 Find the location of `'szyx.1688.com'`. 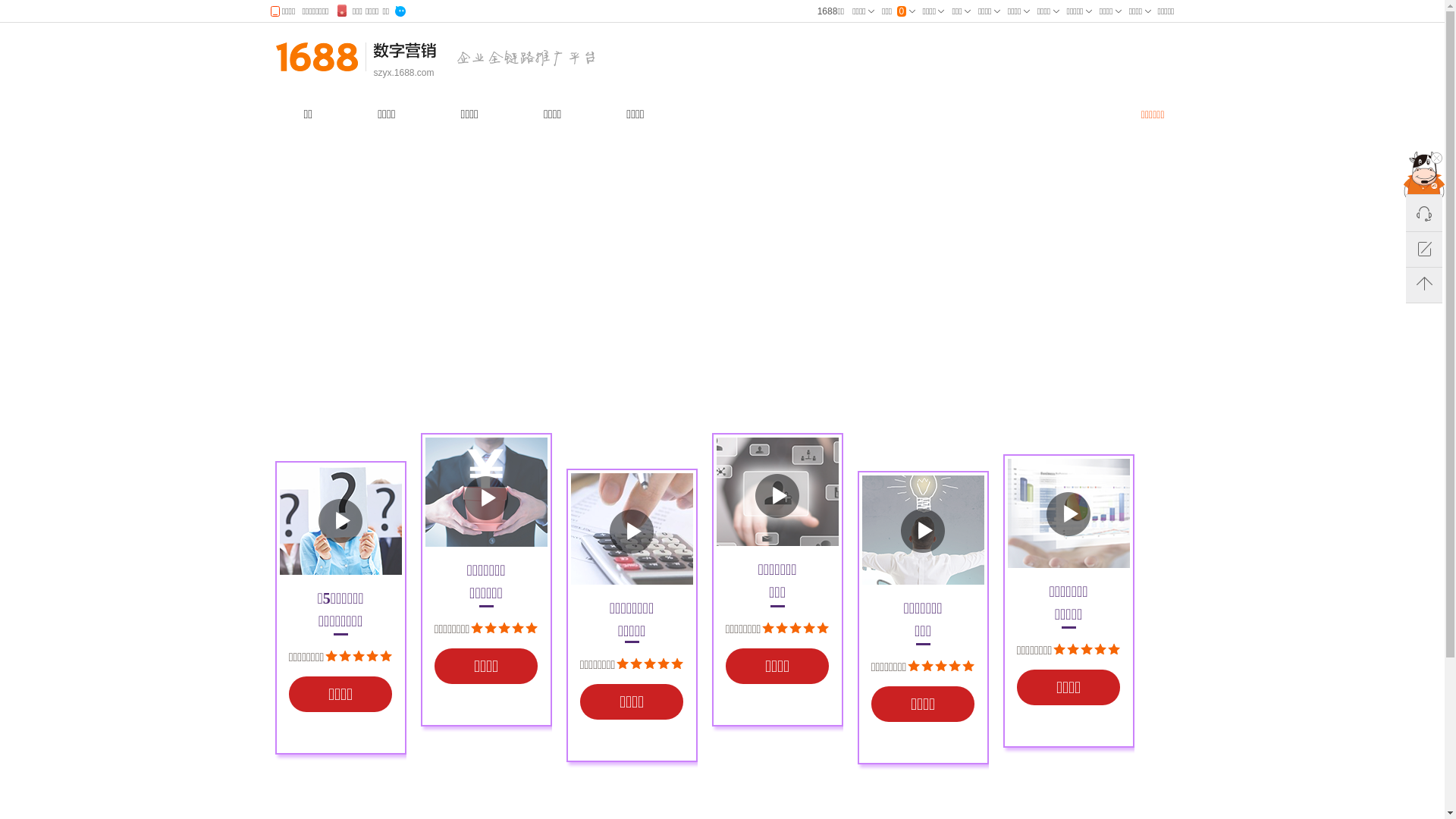

'szyx.1688.com' is located at coordinates (372, 73).